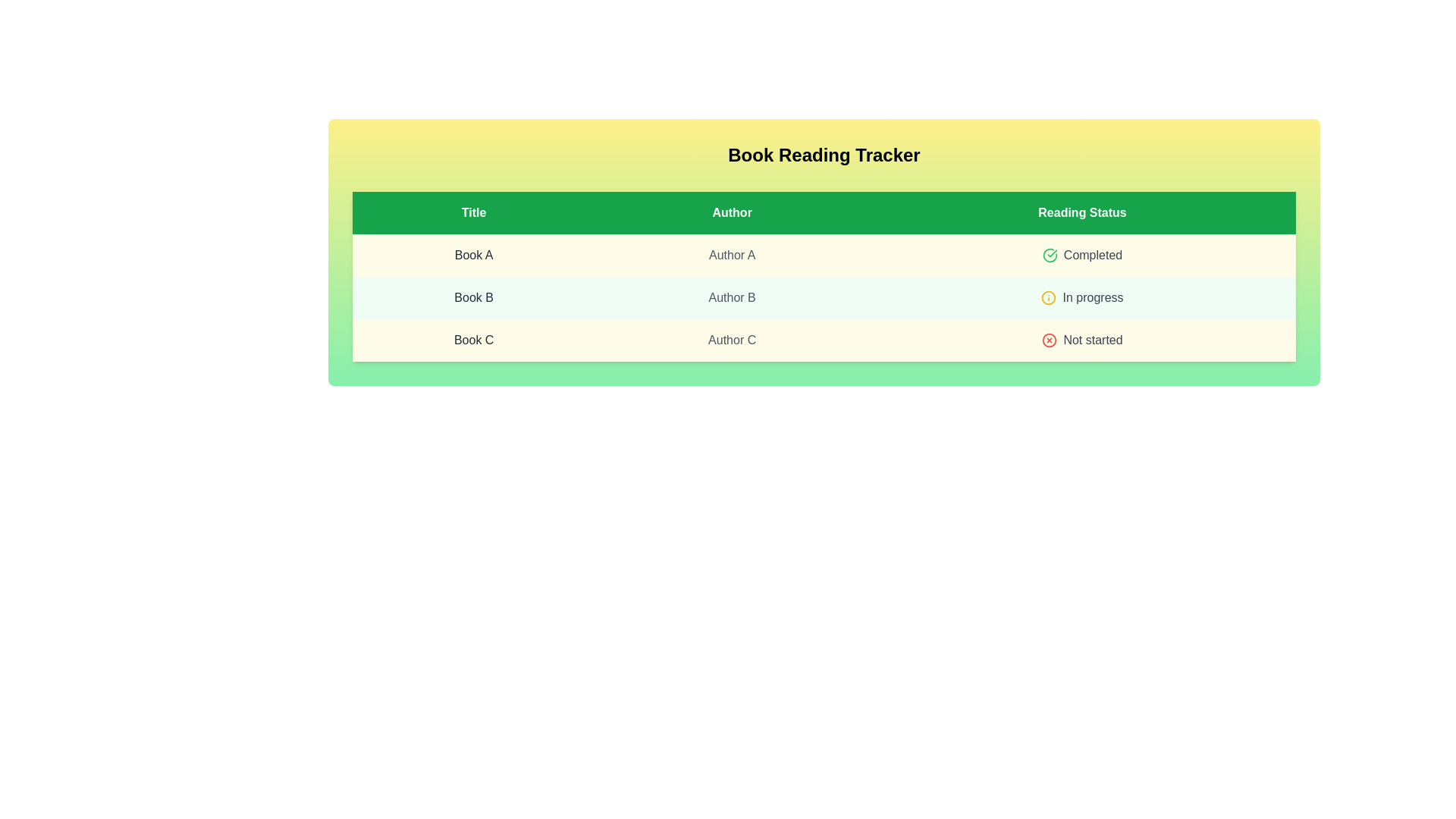  I want to click on the row corresponding to Book B, so click(823, 298).